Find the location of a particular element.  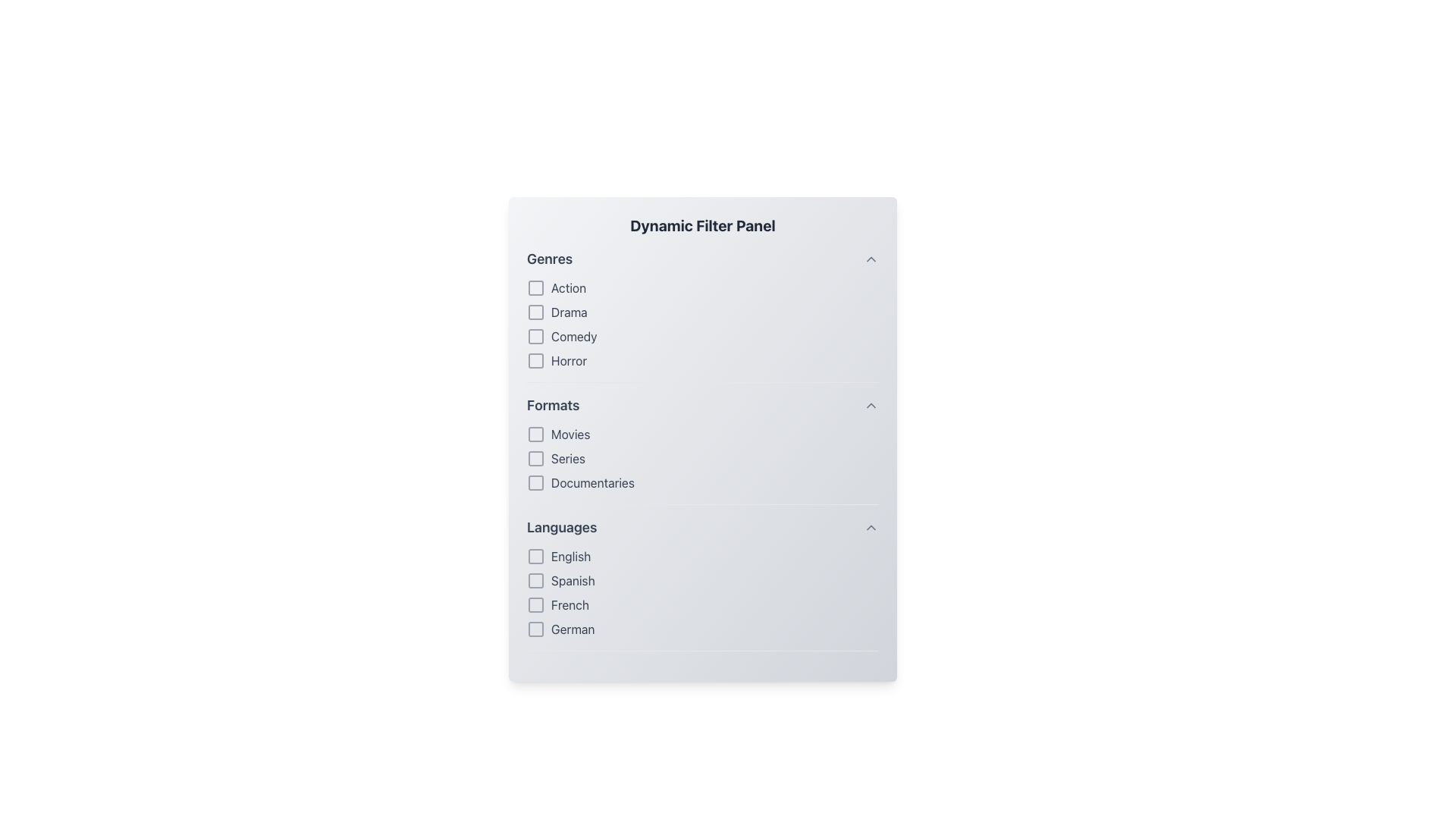

the checkbox for the 'English' language option is located at coordinates (535, 556).